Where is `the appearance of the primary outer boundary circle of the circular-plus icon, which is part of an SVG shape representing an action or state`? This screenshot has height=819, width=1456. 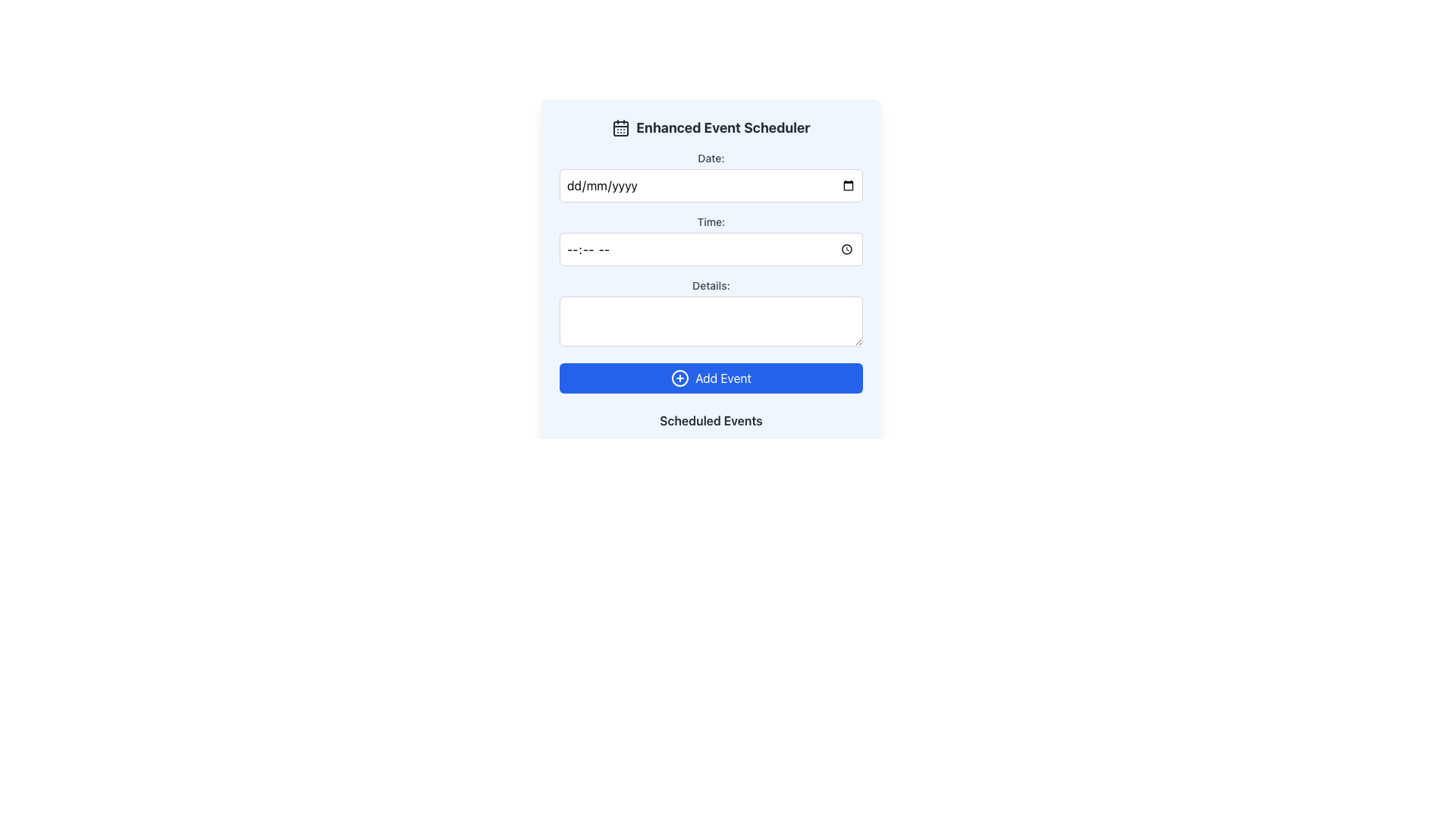 the appearance of the primary outer boundary circle of the circular-plus icon, which is part of an SVG shape representing an action or state is located at coordinates (679, 377).